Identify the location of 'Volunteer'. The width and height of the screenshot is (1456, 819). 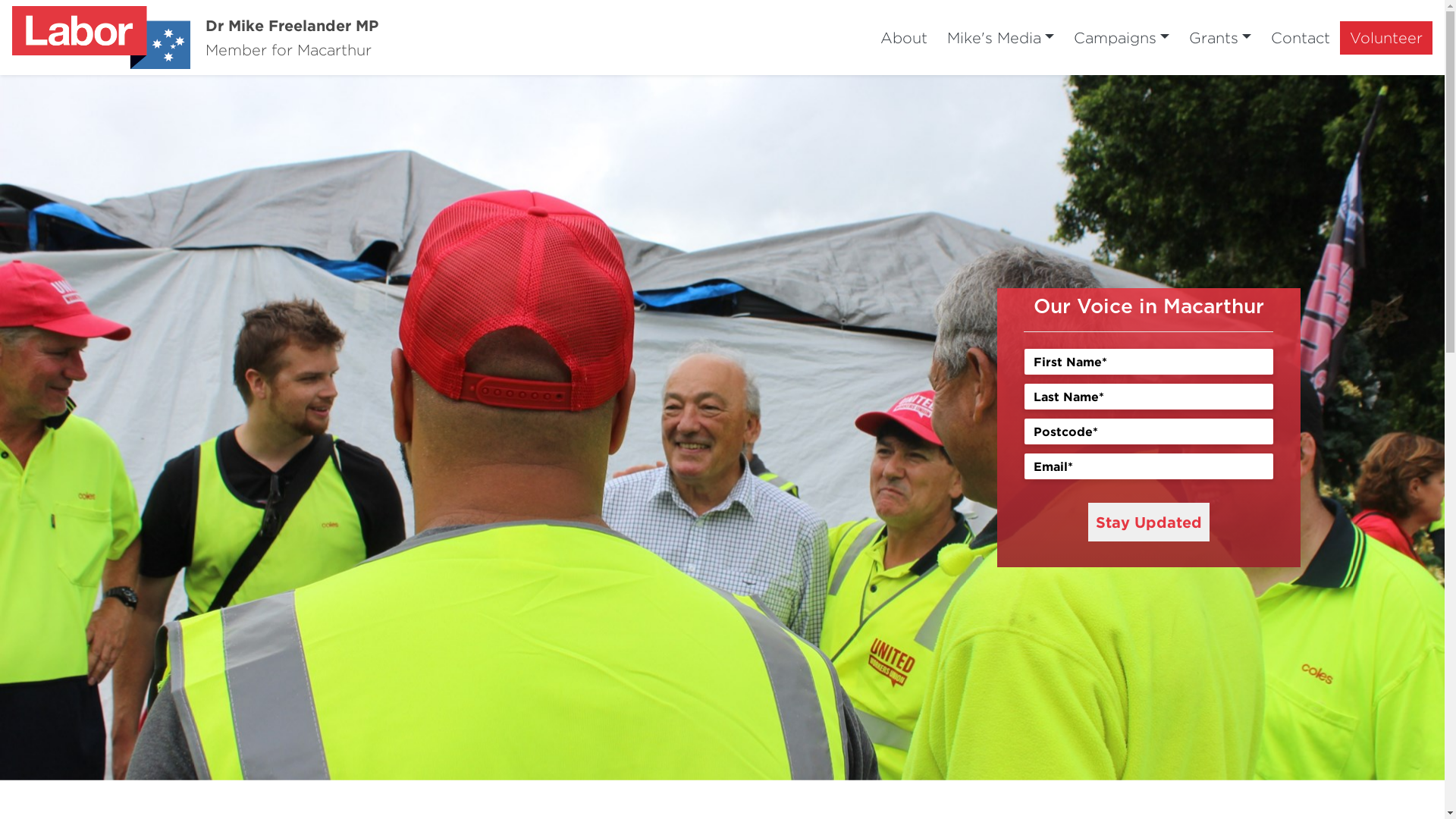
(1339, 37).